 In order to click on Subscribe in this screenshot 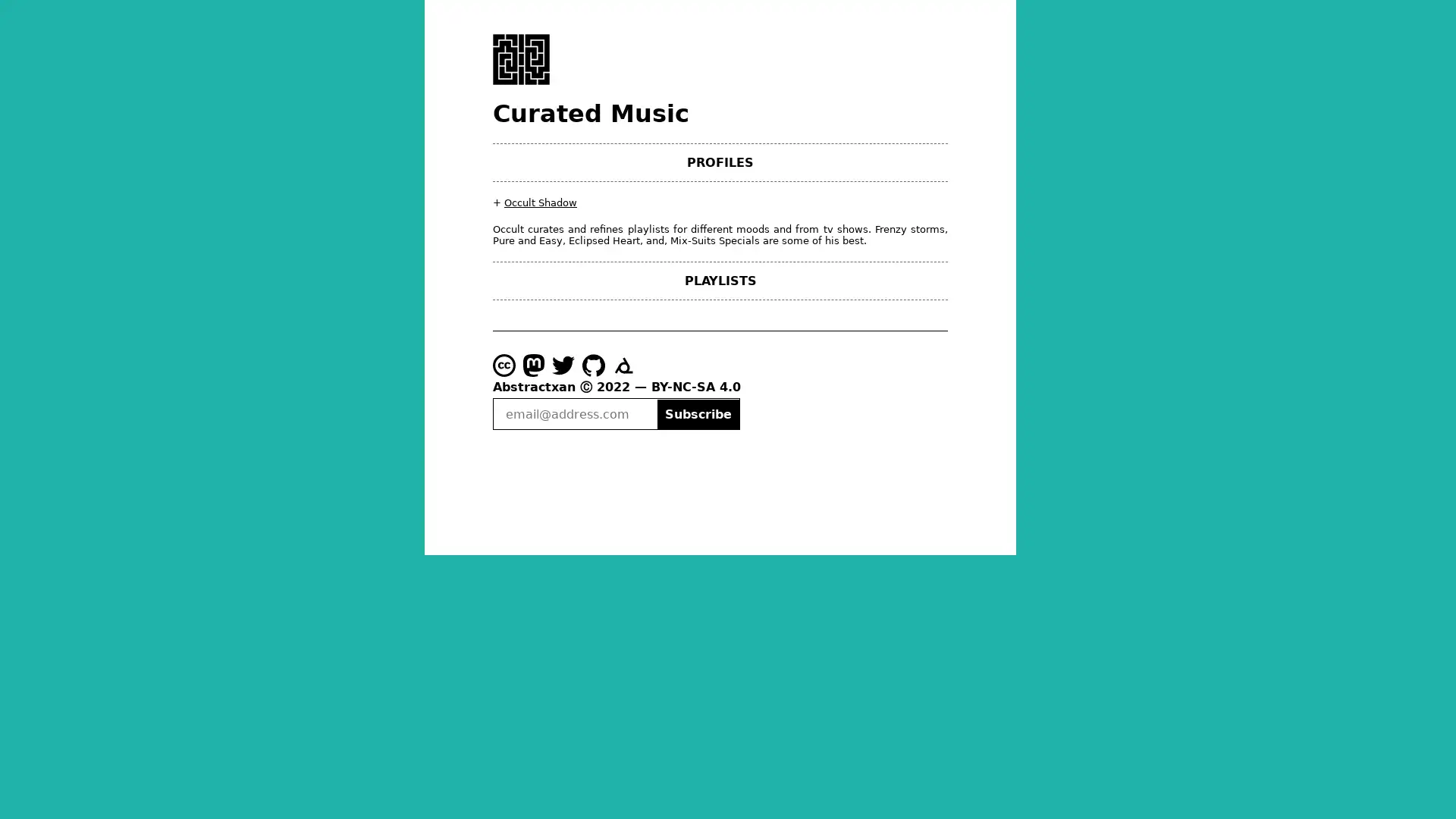, I will do `click(697, 413)`.